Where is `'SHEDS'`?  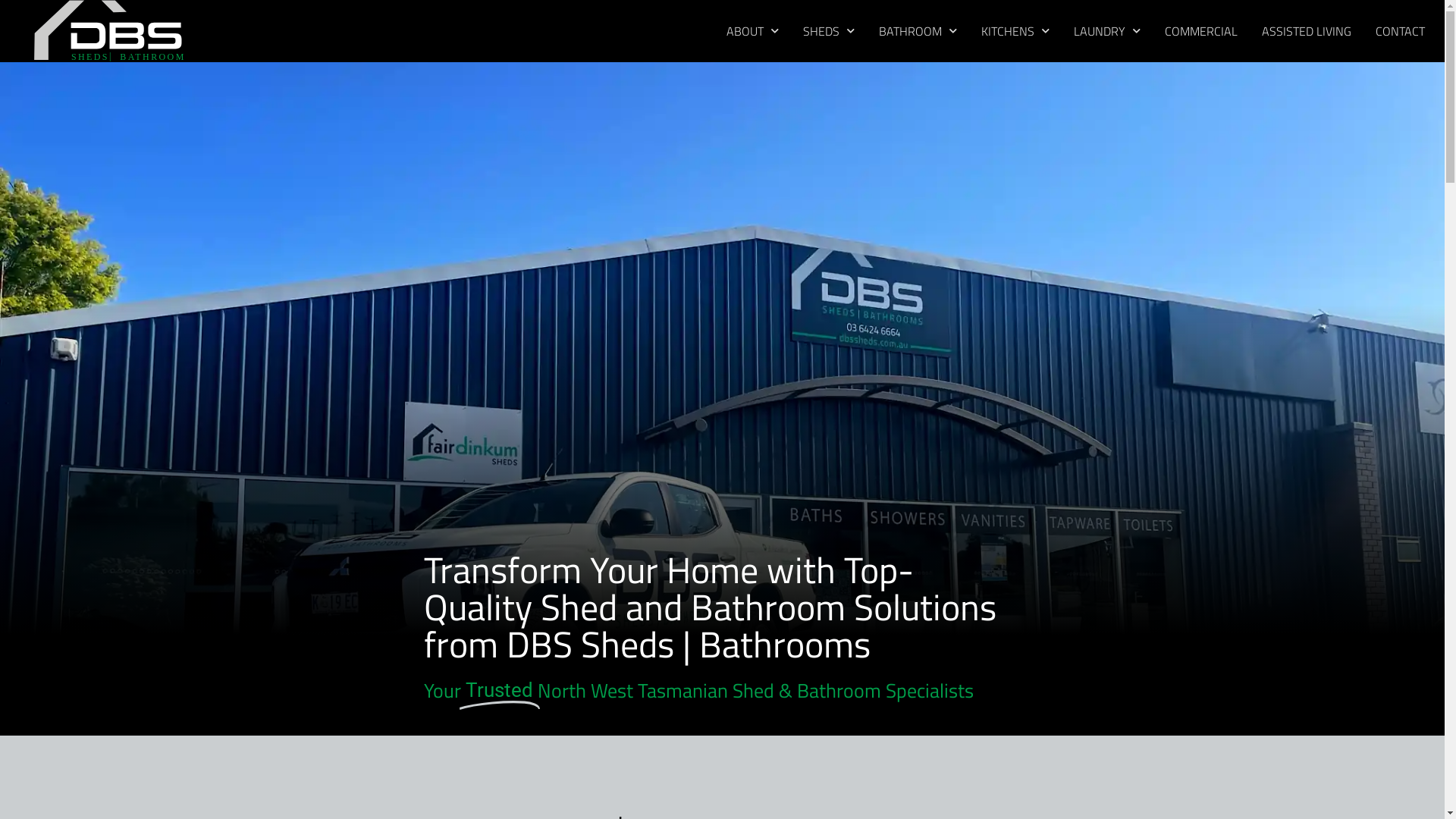 'SHEDS' is located at coordinates (828, 31).